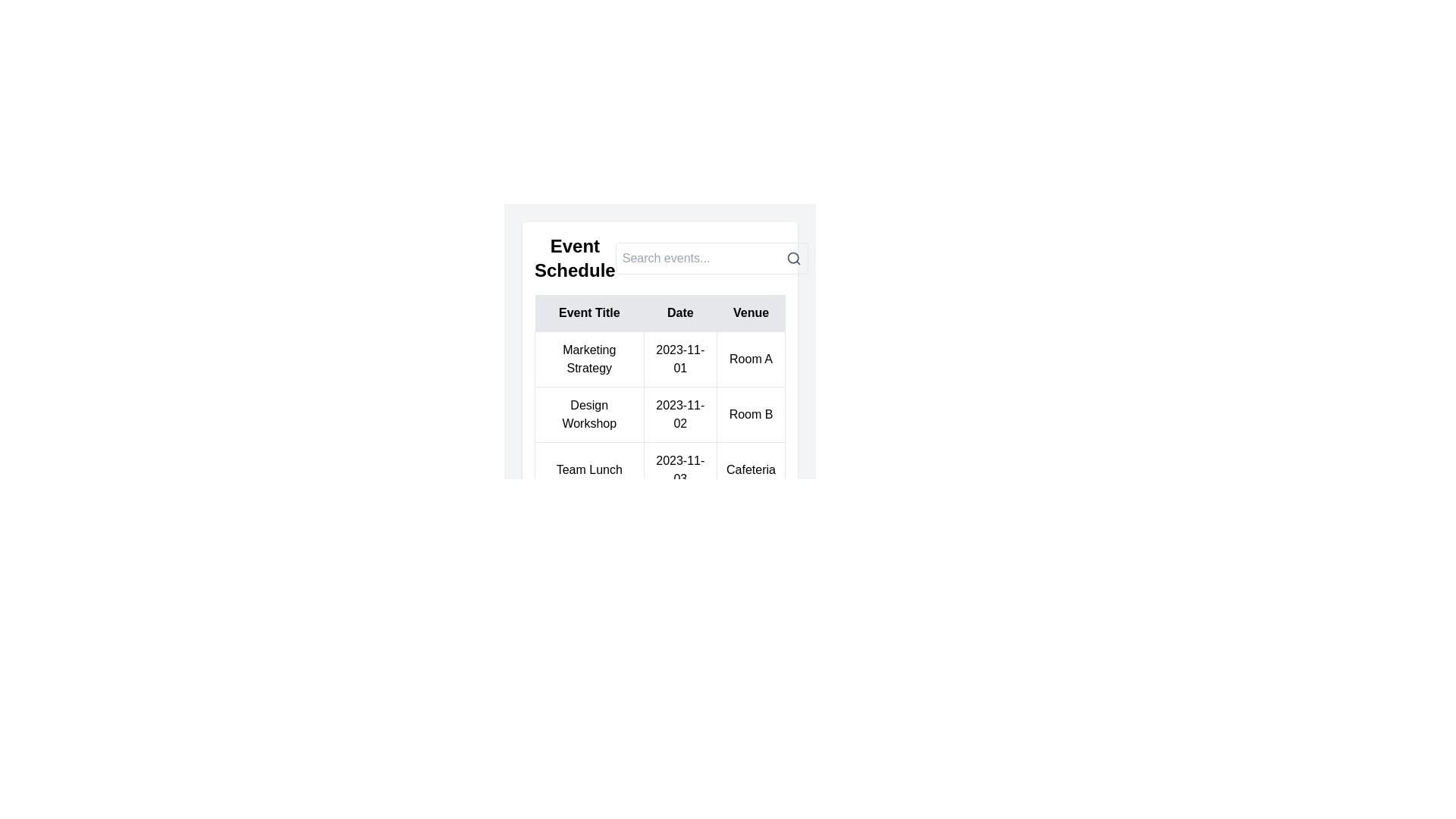 The image size is (1456, 819). What do you see at coordinates (751, 469) in the screenshot?
I see `the static text displaying the venue or location of the event, positioned in the bottom-right corner of the table under the 'Venue' column` at bounding box center [751, 469].